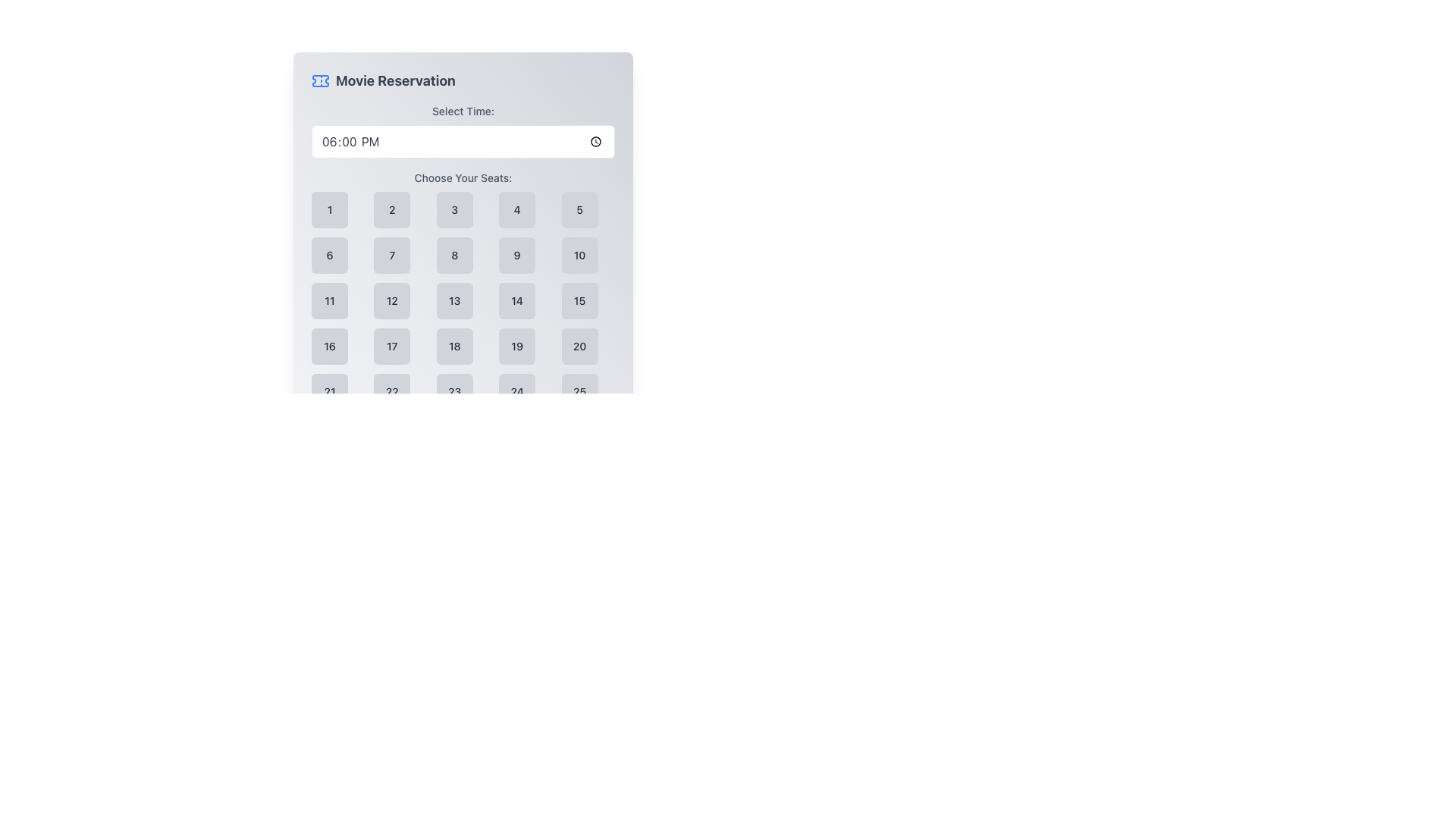  Describe the element at coordinates (462, 290) in the screenshot. I see `the button representing seat number '13' in the movie booking interface` at that location.